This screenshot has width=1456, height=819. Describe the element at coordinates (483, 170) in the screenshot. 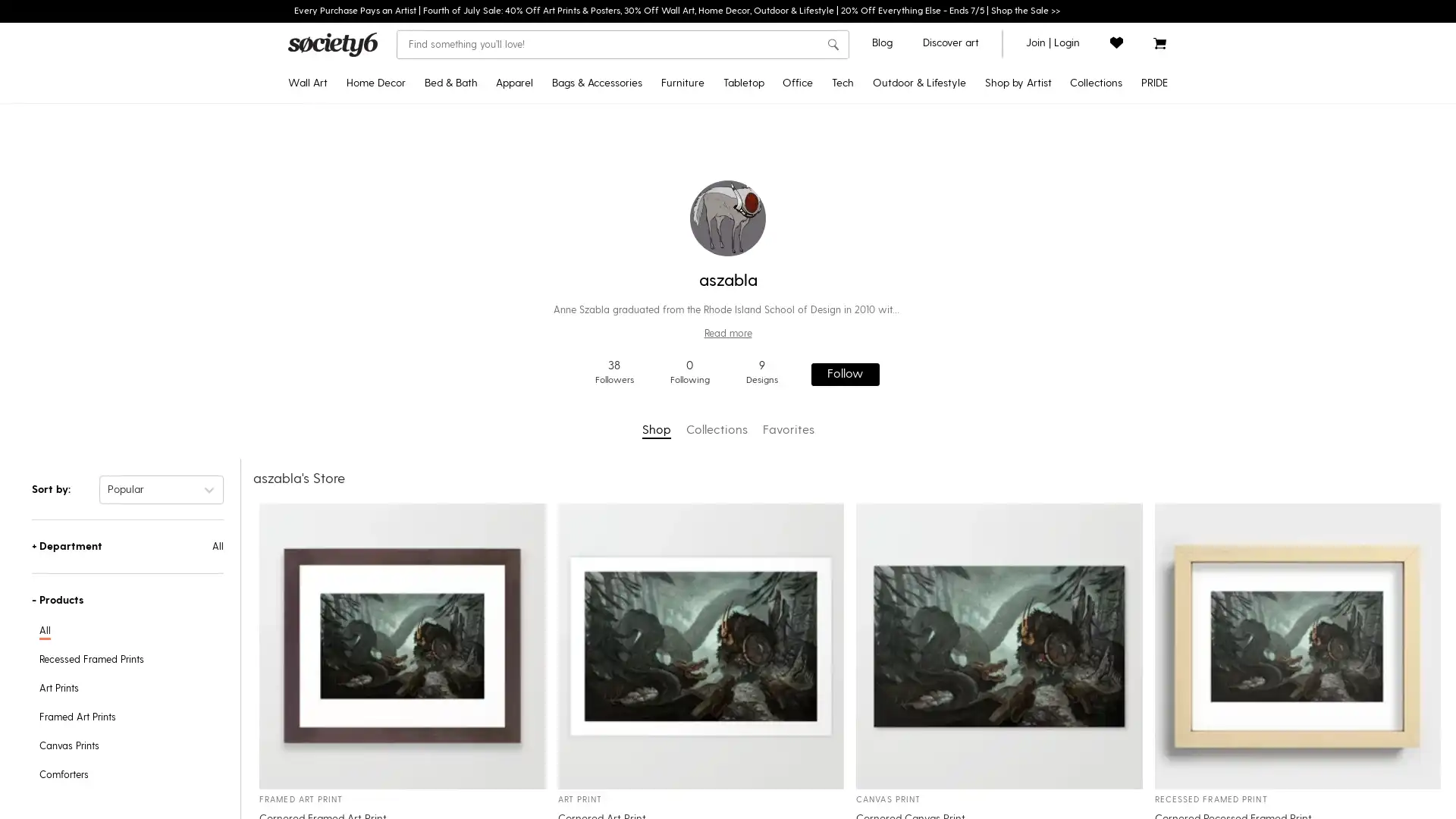

I see `Pillow Shams` at that location.